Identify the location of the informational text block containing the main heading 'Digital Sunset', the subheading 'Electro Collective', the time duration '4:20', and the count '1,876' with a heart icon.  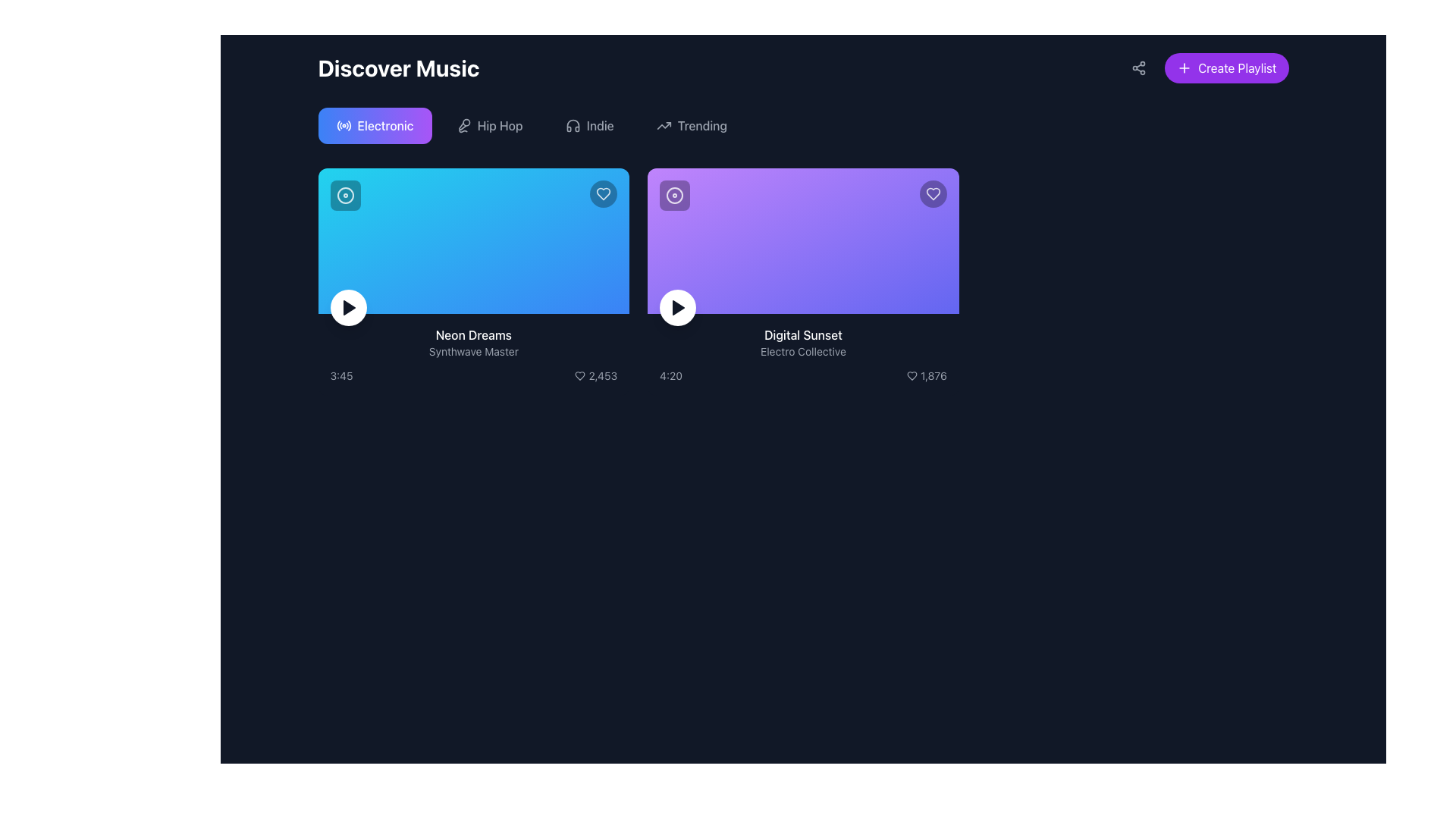
(802, 354).